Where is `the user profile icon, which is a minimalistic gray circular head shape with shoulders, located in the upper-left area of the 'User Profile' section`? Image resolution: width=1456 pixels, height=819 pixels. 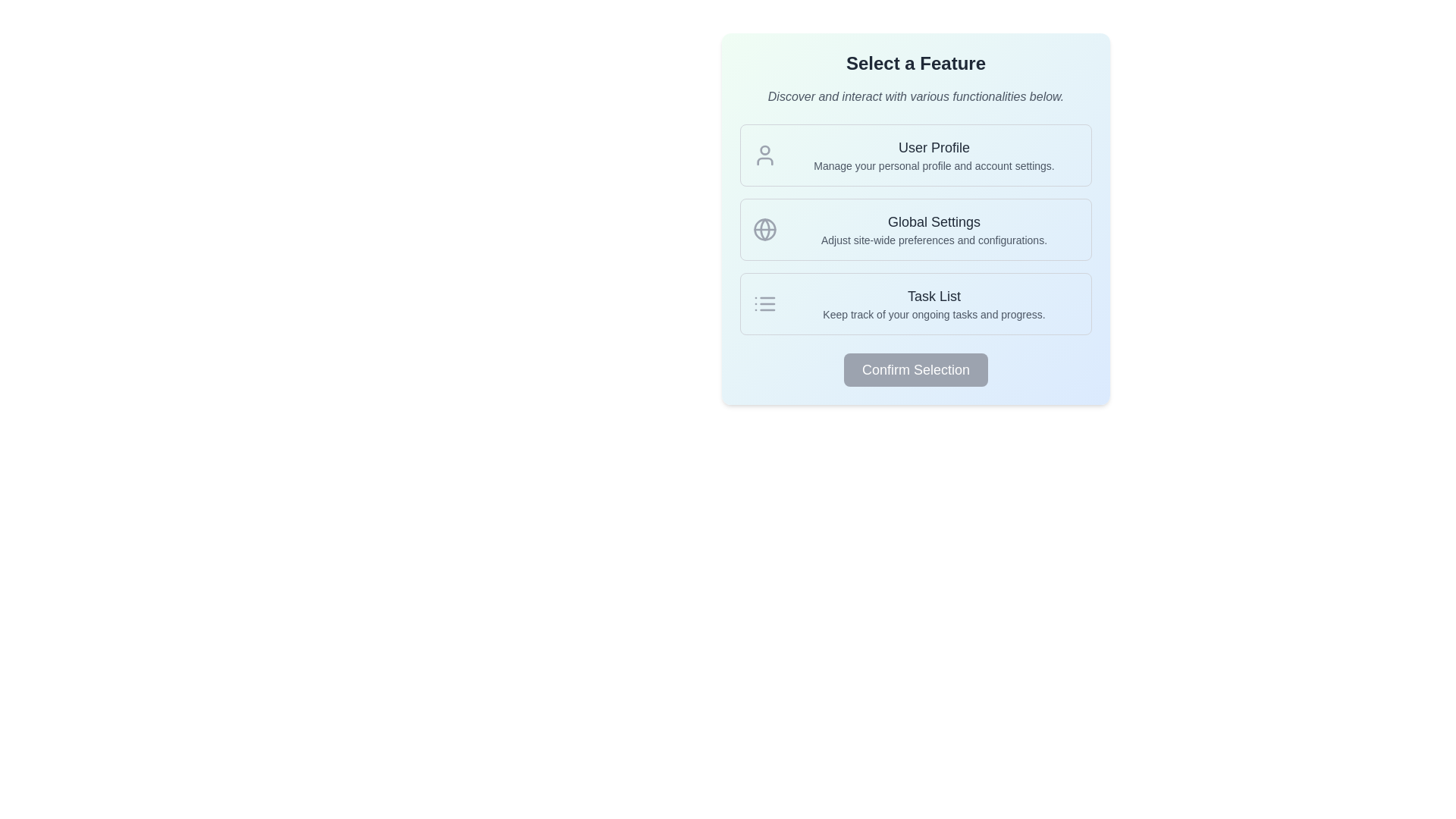
the user profile icon, which is a minimalistic gray circular head shape with shoulders, located in the upper-left area of the 'User Profile' section is located at coordinates (764, 155).